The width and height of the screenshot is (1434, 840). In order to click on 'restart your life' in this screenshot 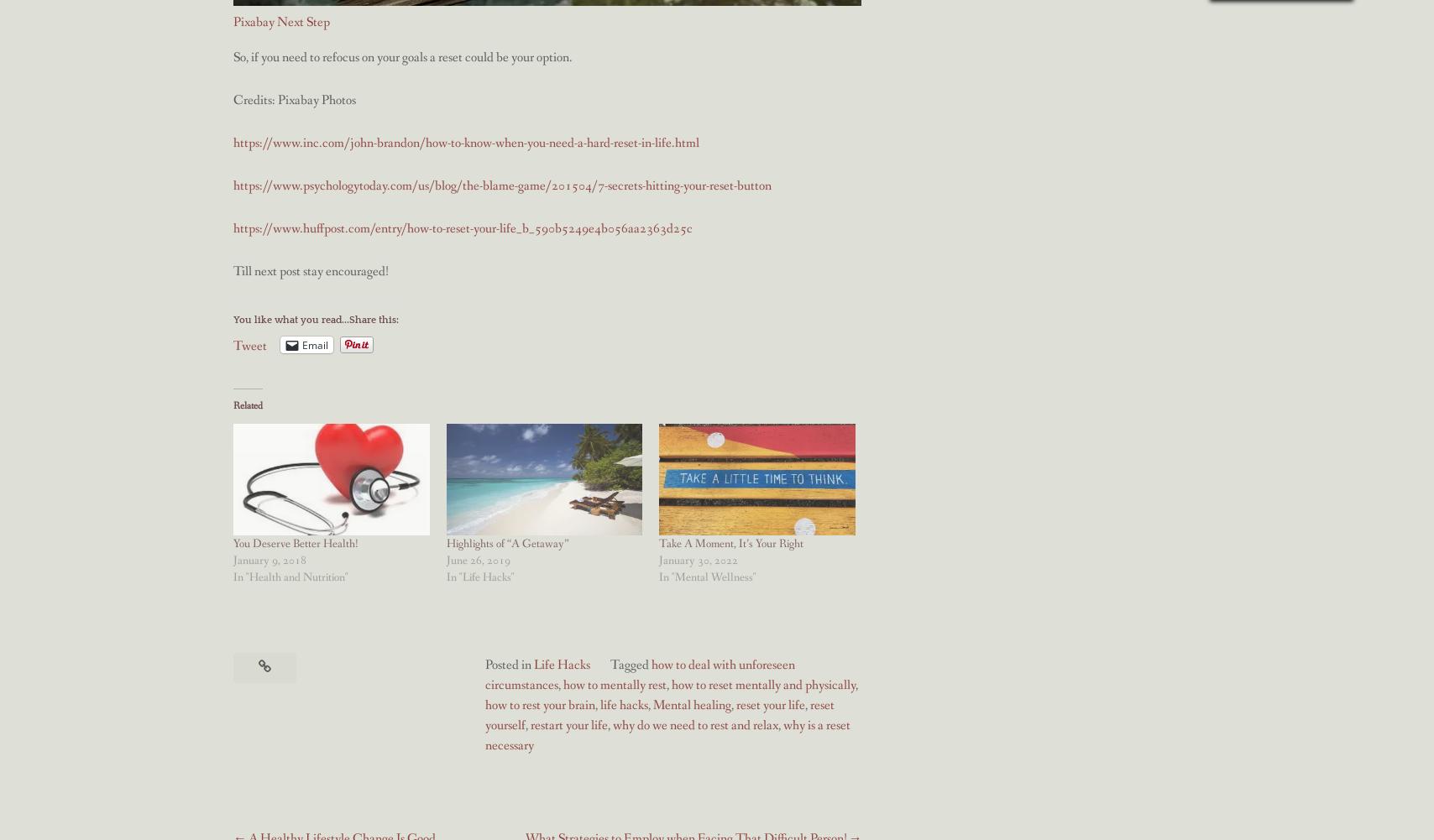, I will do `click(568, 725)`.